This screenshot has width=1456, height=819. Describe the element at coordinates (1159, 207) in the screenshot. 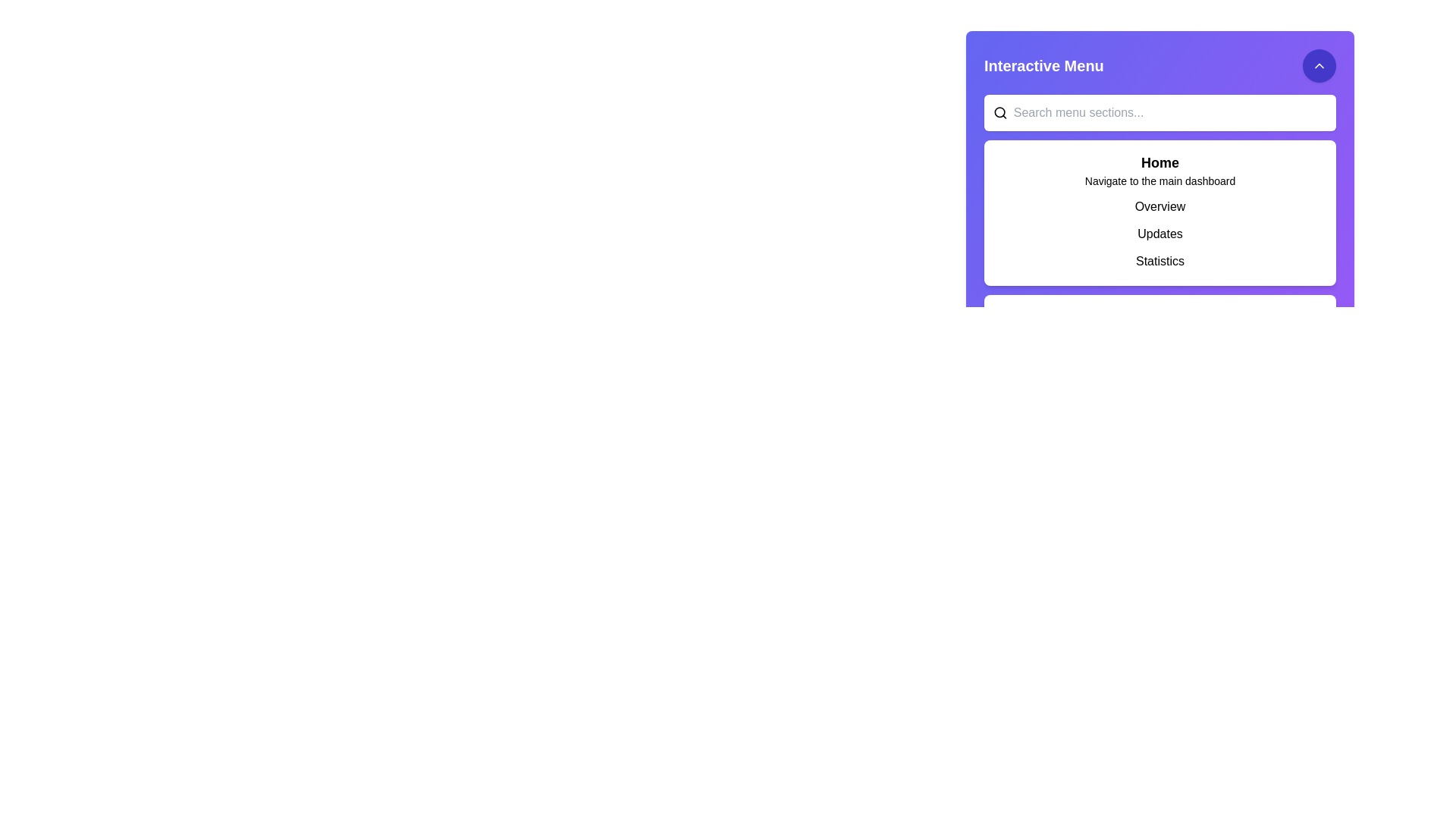

I see `the 'Overview' text item with button-like functionality` at that location.